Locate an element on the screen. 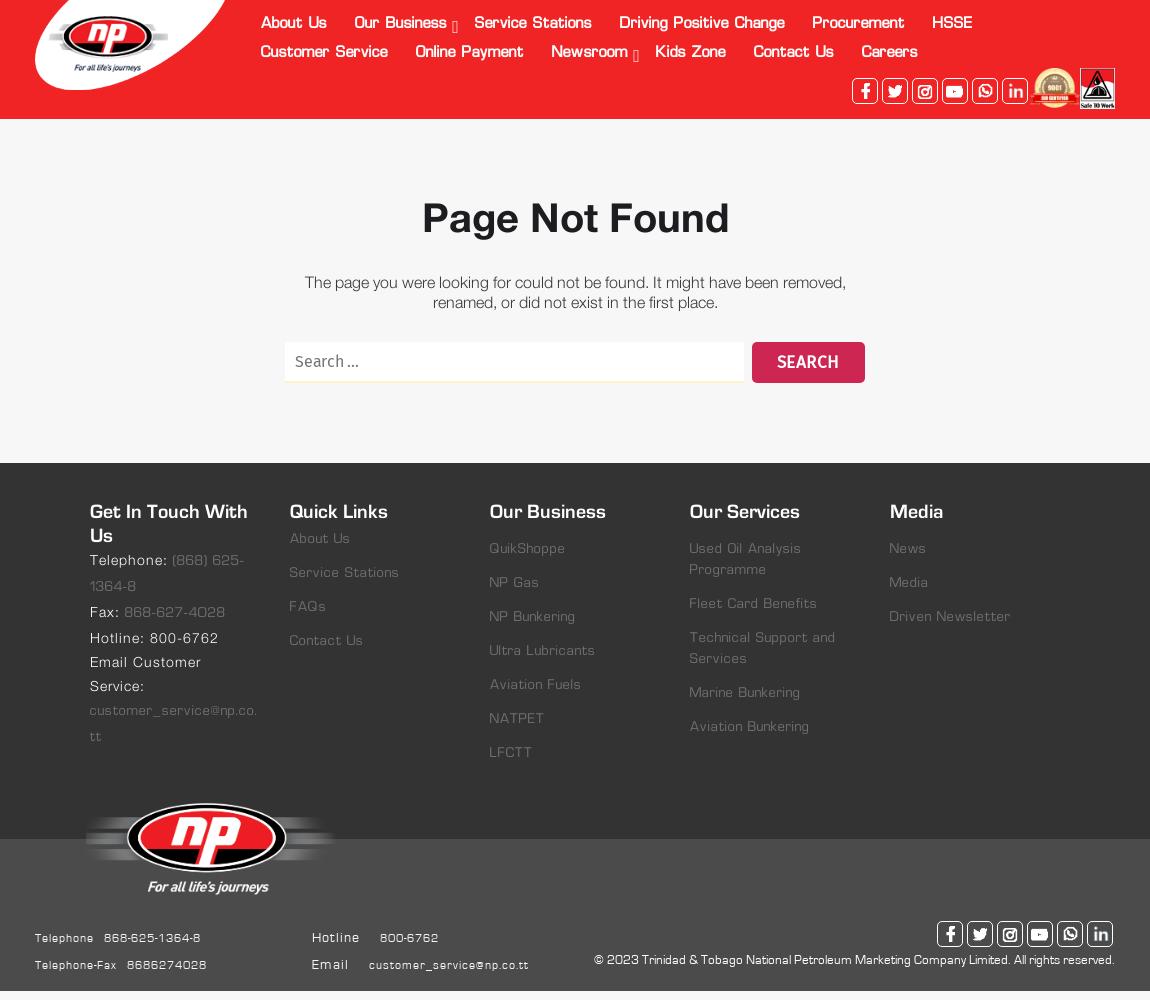 This screenshot has height=1000, width=1150. 'Telephone' is located at coordinates (33, 937).